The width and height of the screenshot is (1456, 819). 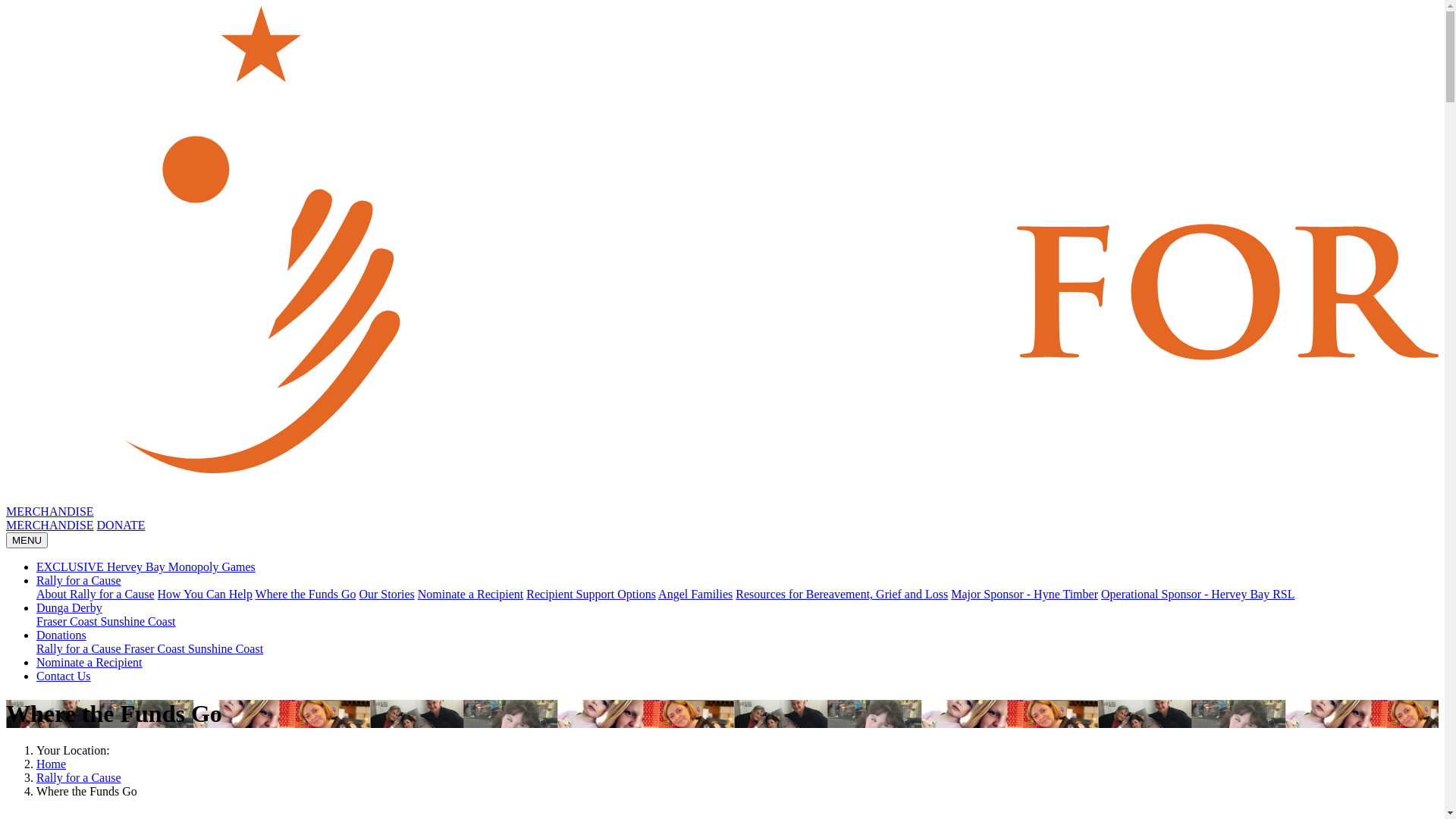 I want to click on 'Sunshine Coast', so click(x=224, y=648).